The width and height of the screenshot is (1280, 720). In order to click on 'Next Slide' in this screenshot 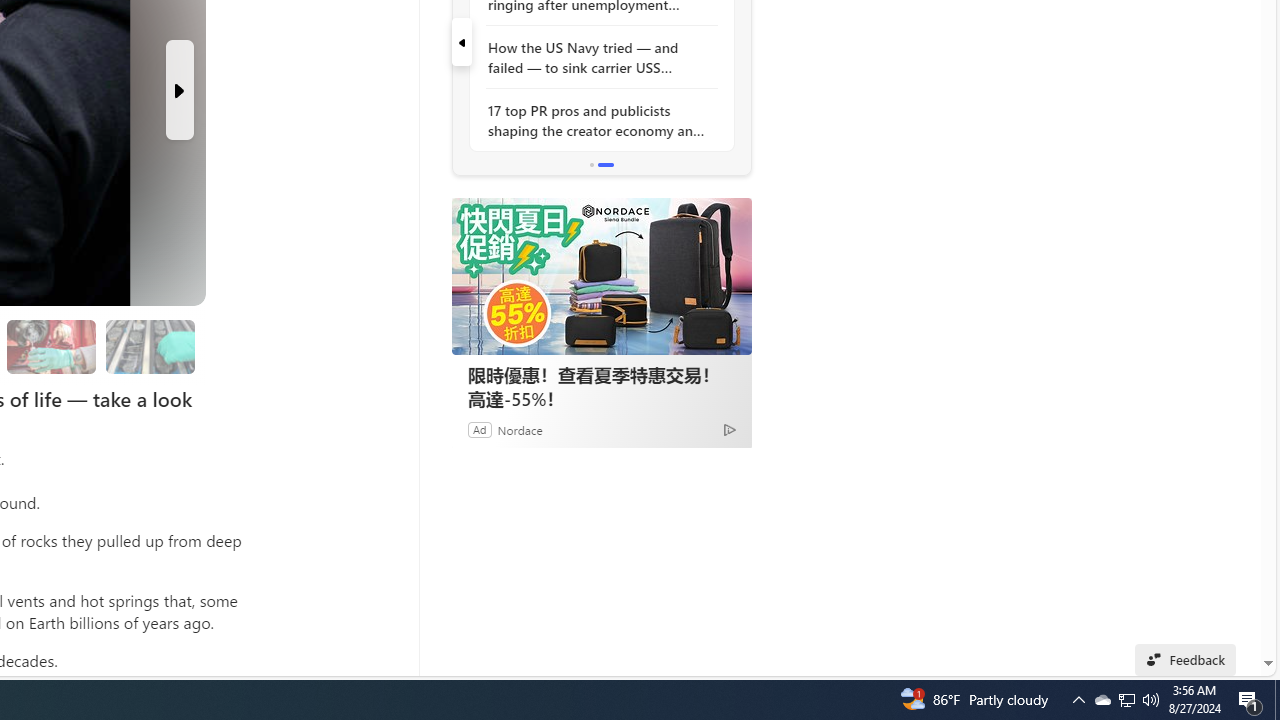, I will do `click(179, 90)`.